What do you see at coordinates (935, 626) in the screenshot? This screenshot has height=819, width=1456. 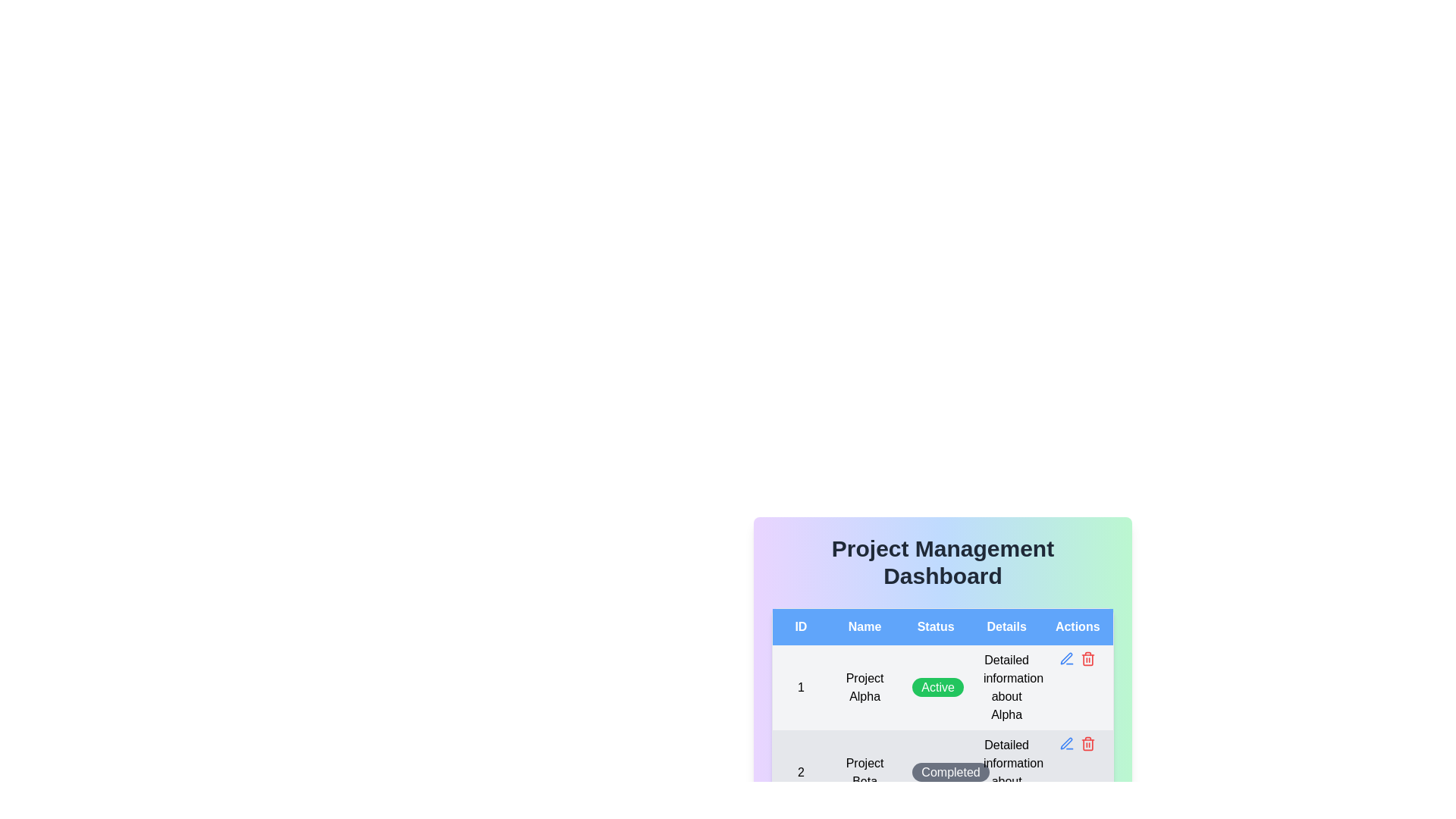 I see `the 'Status' text label, which is the third item in the row of column headers in the table, positioned between 'Name' and 'Details'` at bounding box center [935, 626].